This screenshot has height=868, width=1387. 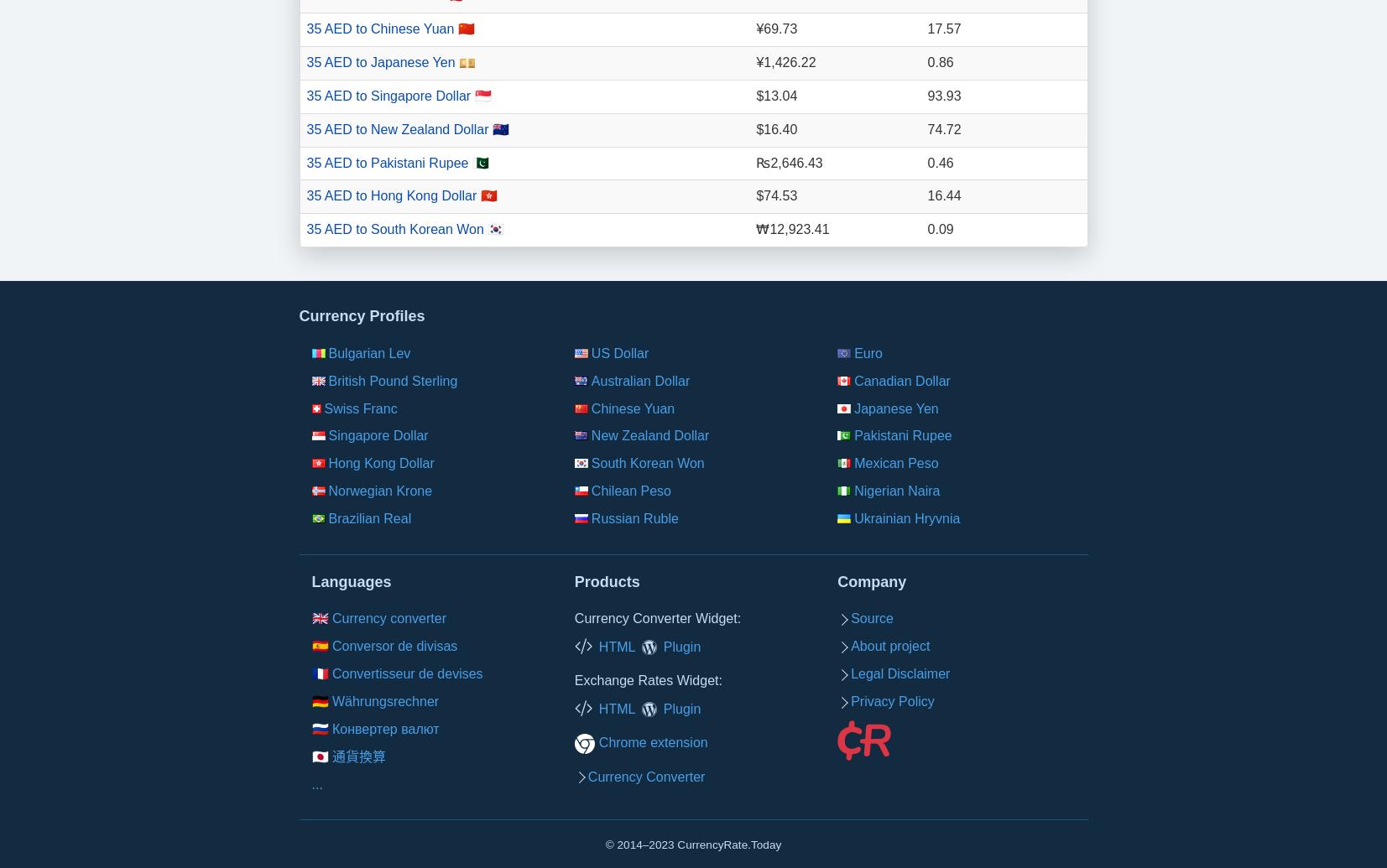 What do you see at coordinates (395, 229) in the screenshot?
I see `'35 AED to South Korean Won'` at bounding box center [395, 229].